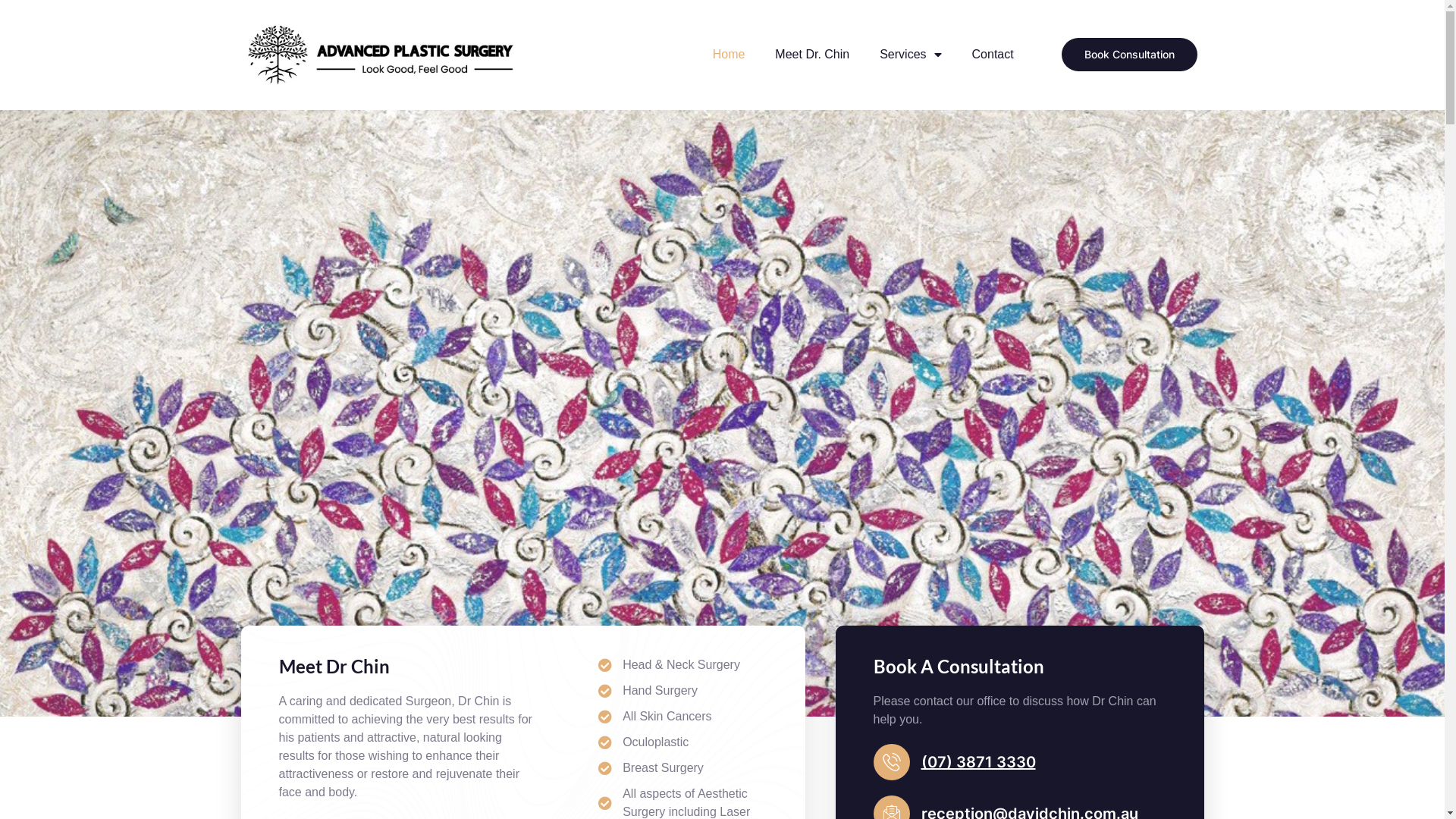 This screenshot has height=819, width=1456. I want to click on 'Contact', so click(993, 54).